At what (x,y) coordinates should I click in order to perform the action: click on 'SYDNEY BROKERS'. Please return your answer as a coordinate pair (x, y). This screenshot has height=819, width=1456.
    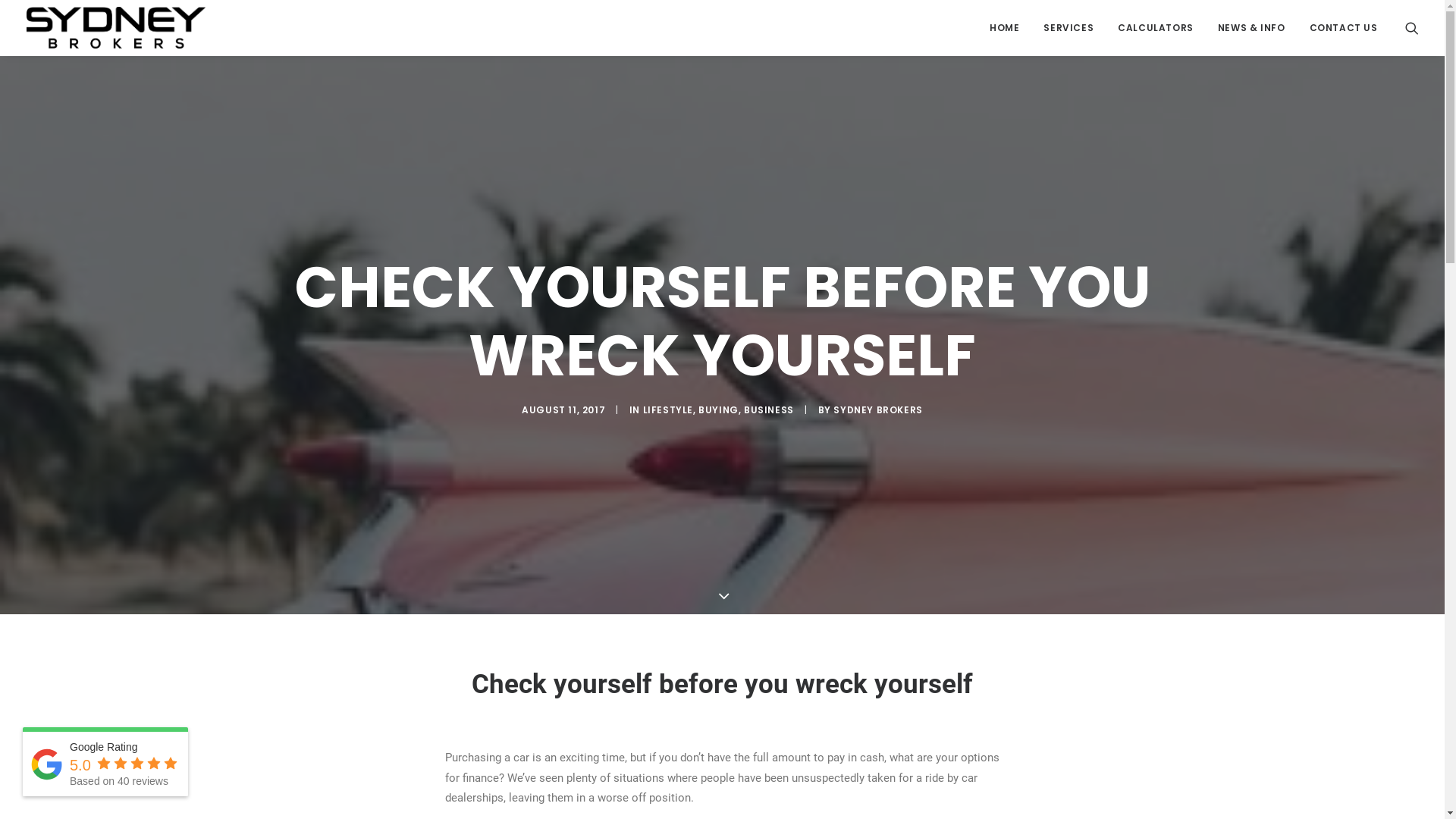
    Looking at the image, I should click on (877, 409).